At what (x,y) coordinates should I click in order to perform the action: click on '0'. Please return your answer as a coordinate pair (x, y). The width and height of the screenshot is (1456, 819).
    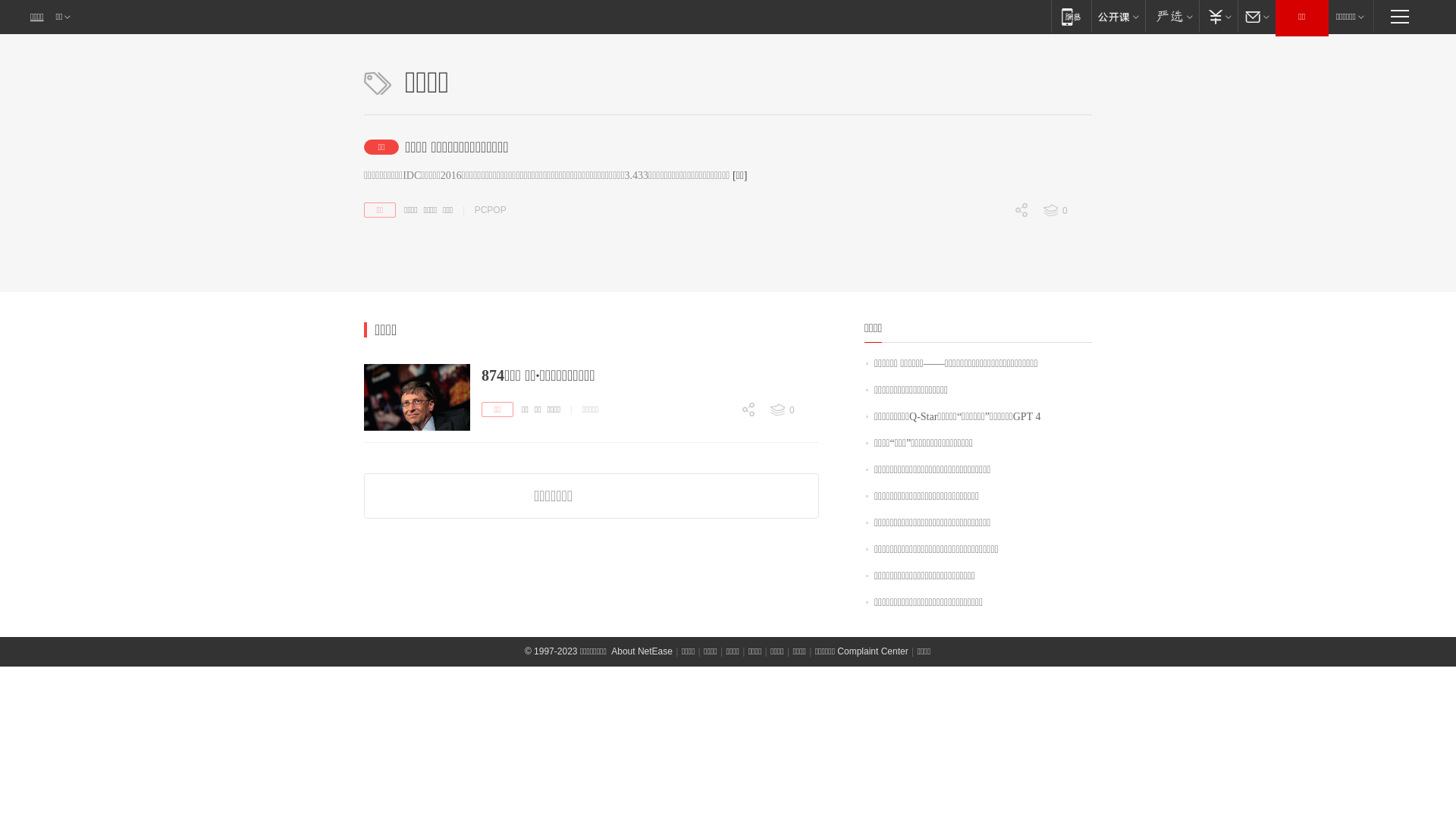
    Looking at the image, I should click on (1065, 210).